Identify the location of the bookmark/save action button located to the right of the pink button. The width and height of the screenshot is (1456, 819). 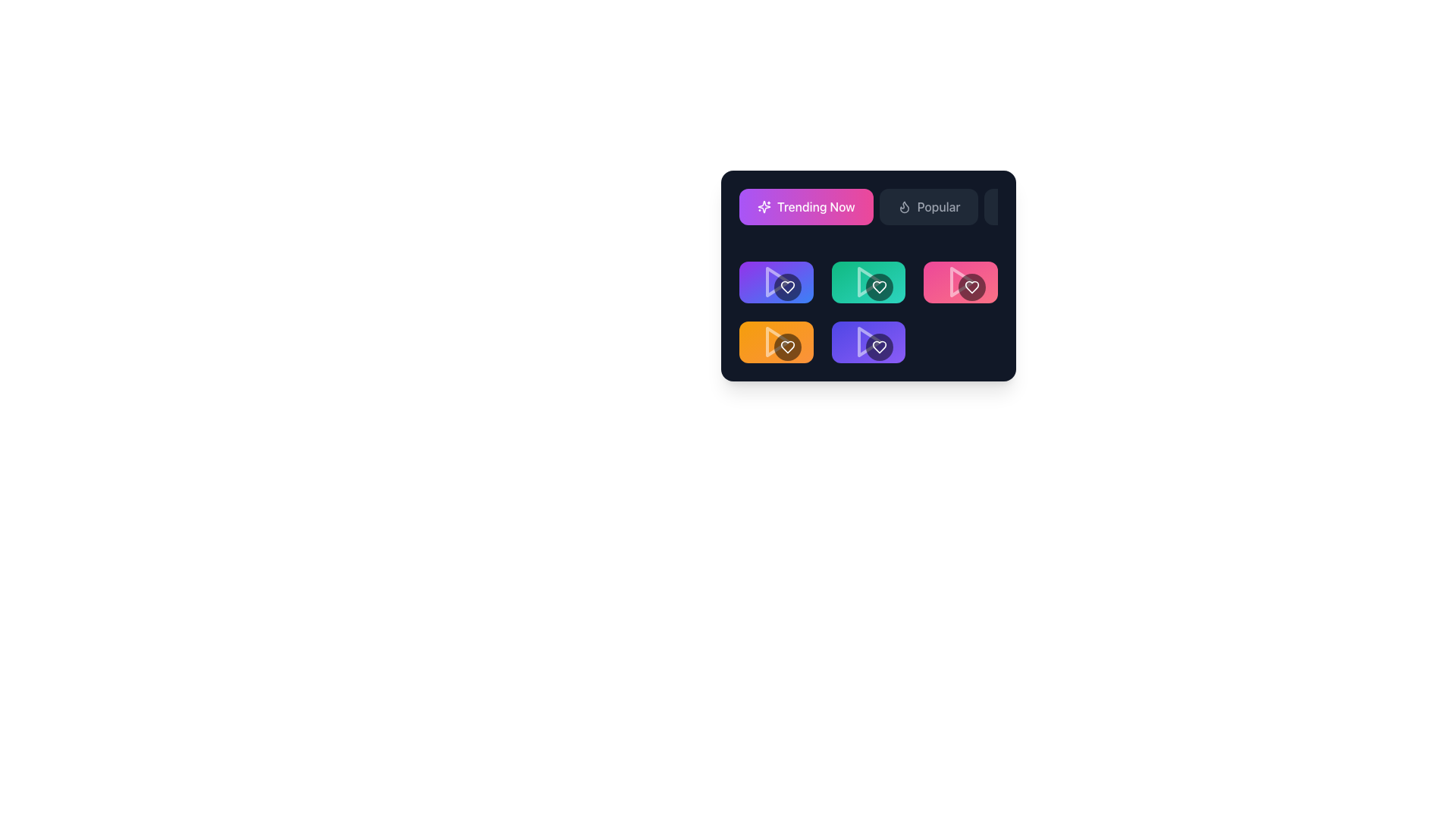
(1001, 275).